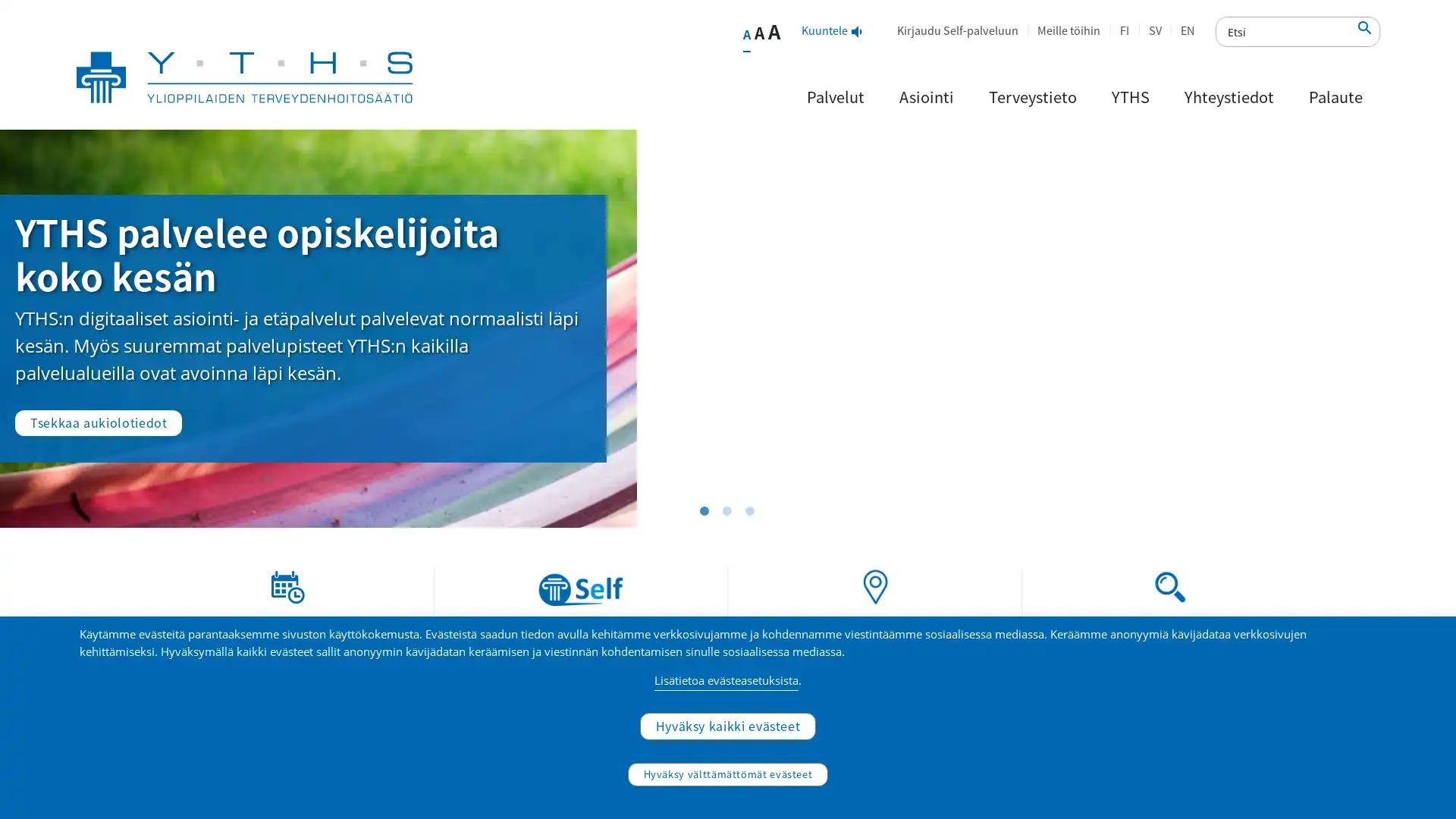 This screenshot has height=819, width=1456. What do you see at coordinates (726, 724) in the screenshot?
I see `Hyvaksy kaikki evasteet` at bounding box center [726, 724].